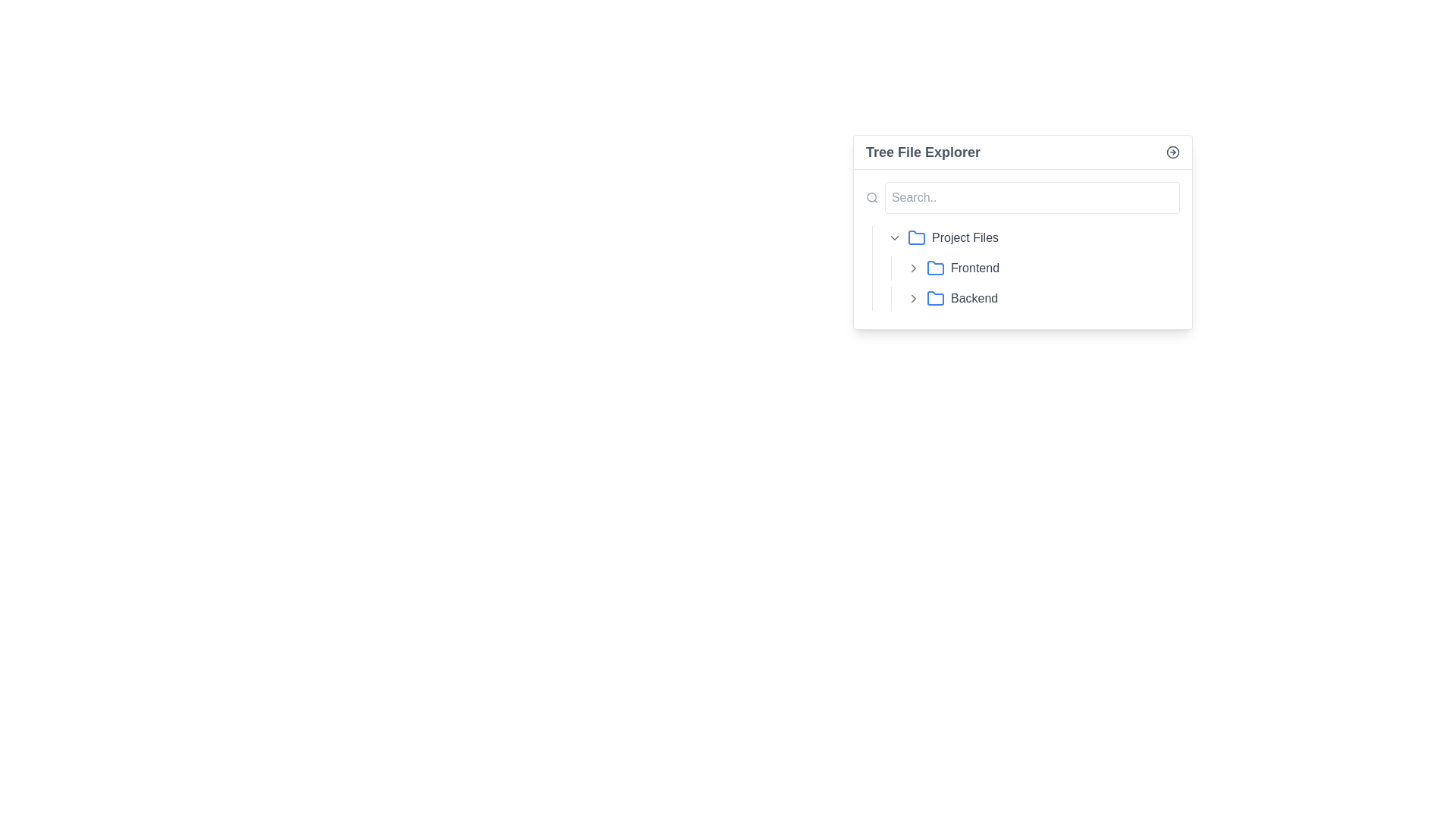 The height and width of the screenshot is (819, 1456). I want to click on the Chevron Icon used for expanding or collapsing the 'Backend' entry in the file tree explorer widget, so click(912, 298).